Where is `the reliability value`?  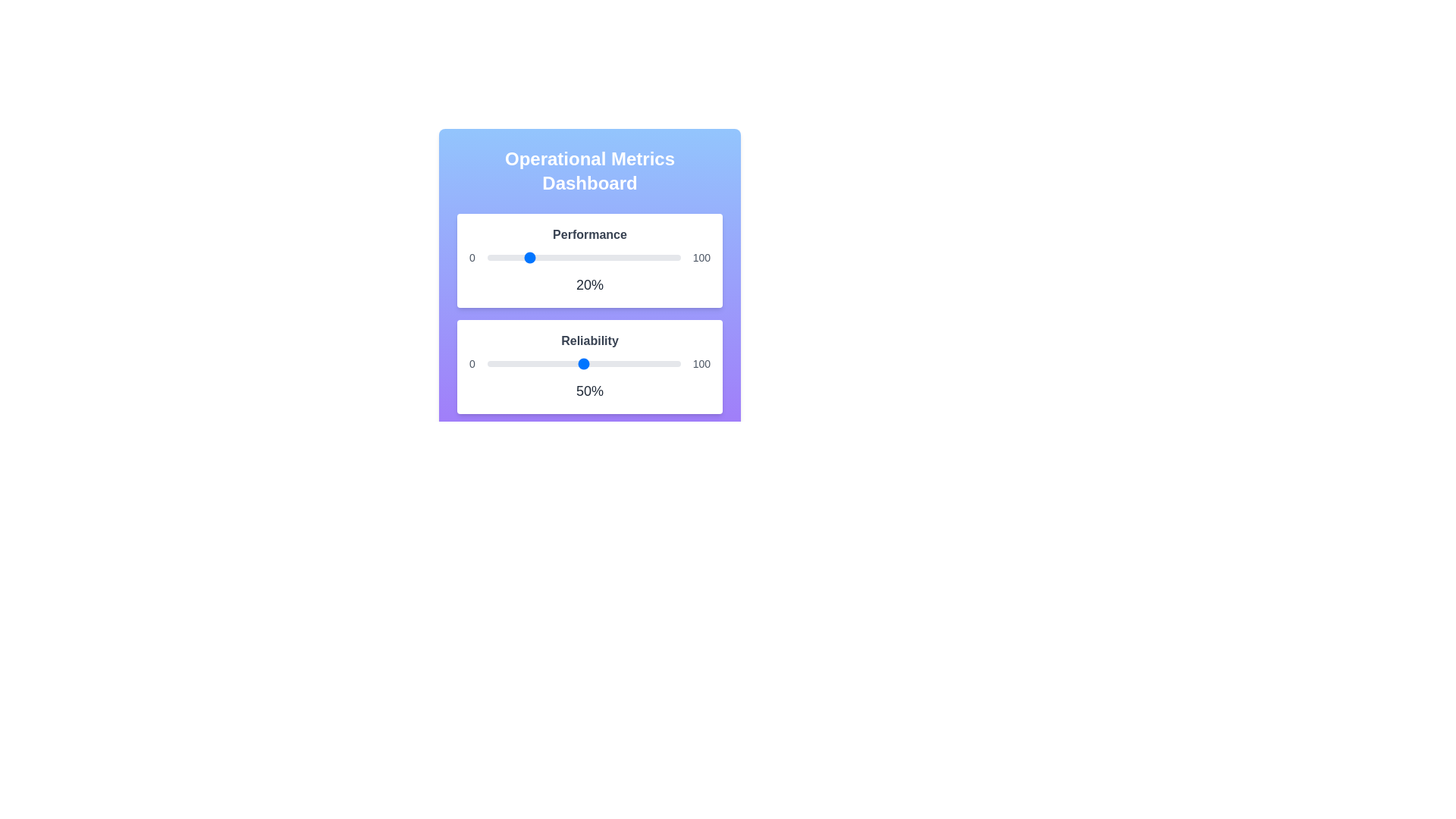
the reliability value is located at coordinates (653, 363).